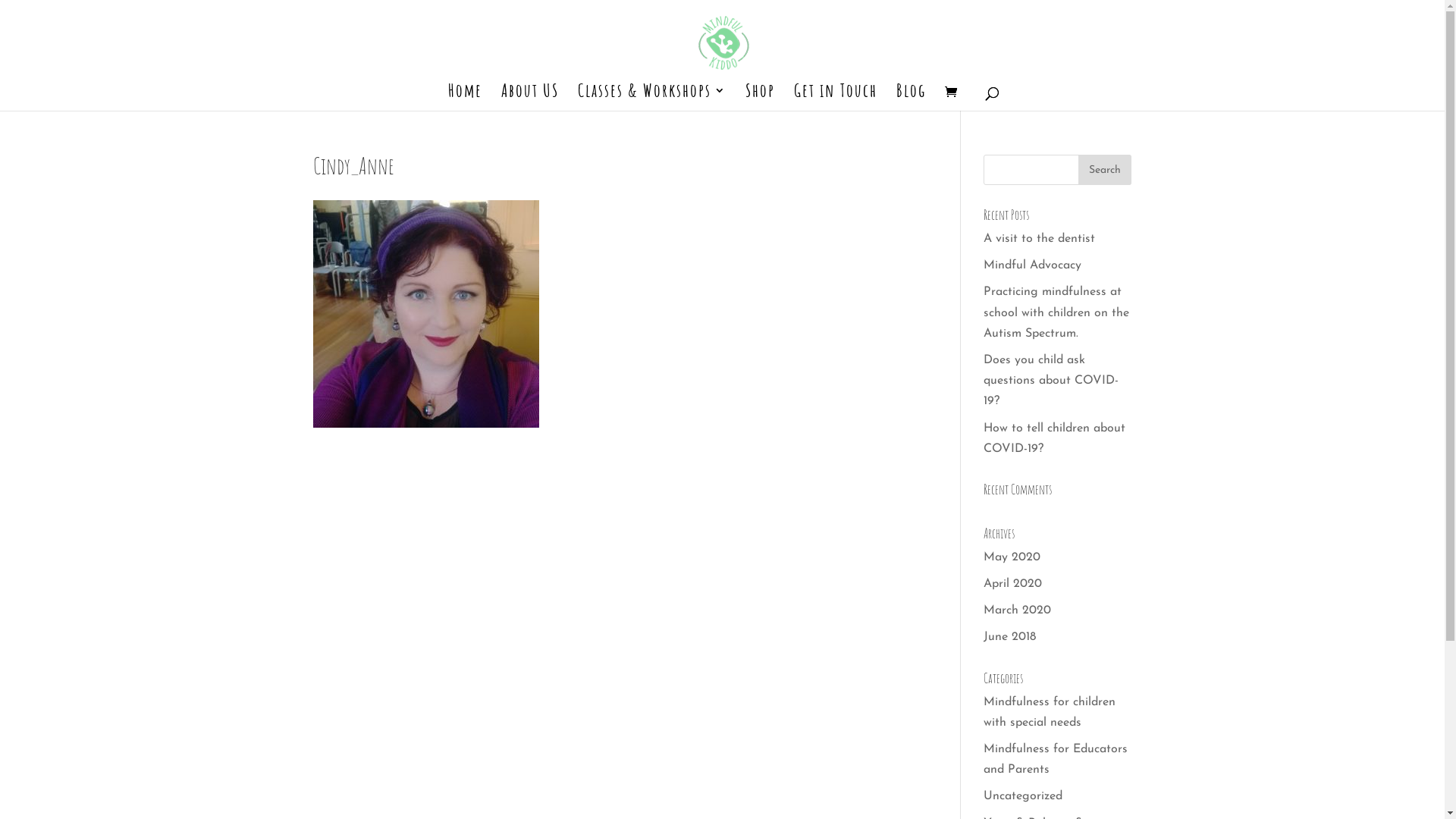  Describe the element at coordinates (463, 97) in the screenshot. I see `'Home'` at that location.